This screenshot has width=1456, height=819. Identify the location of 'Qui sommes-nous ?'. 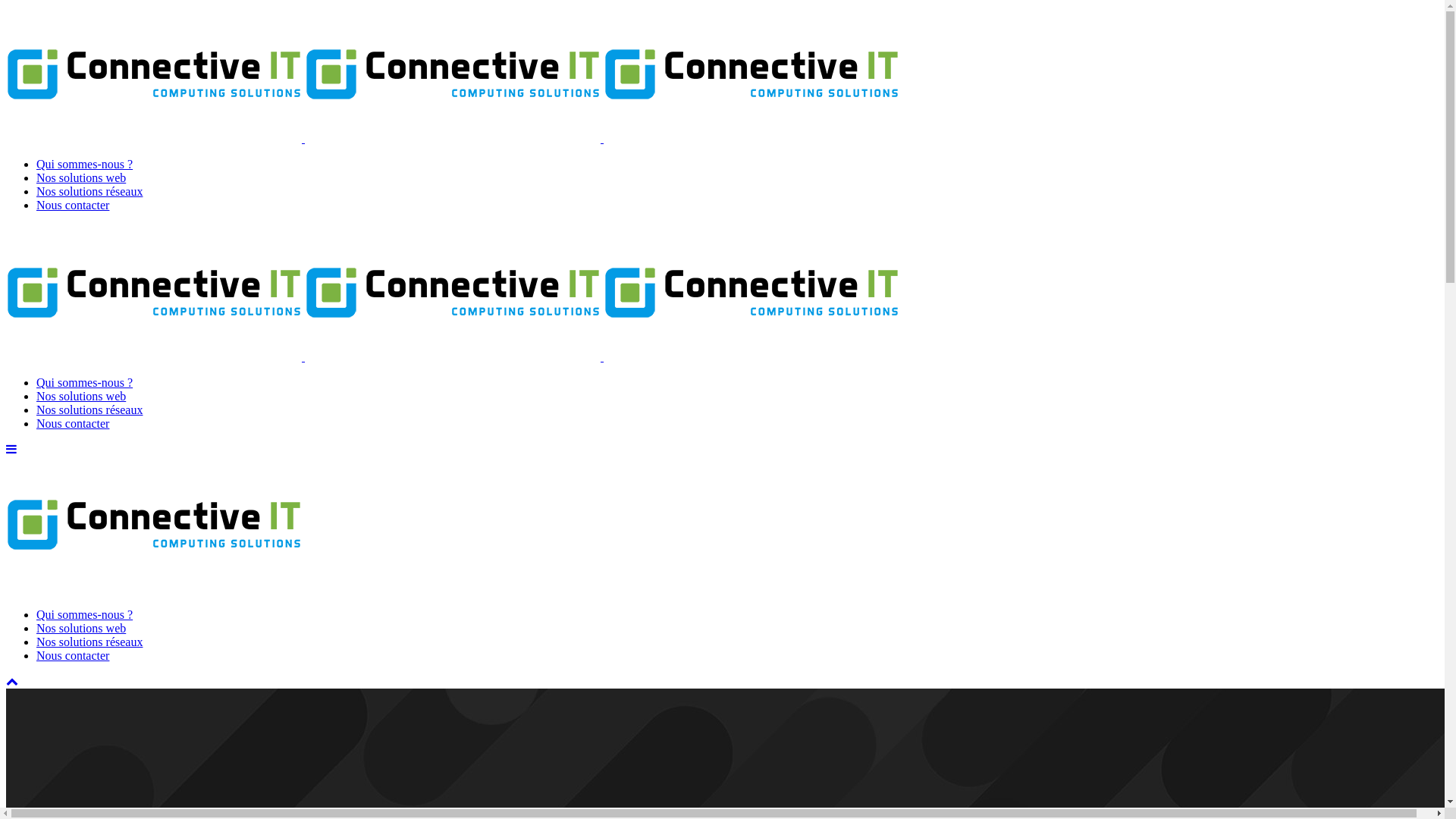
(83, 381).